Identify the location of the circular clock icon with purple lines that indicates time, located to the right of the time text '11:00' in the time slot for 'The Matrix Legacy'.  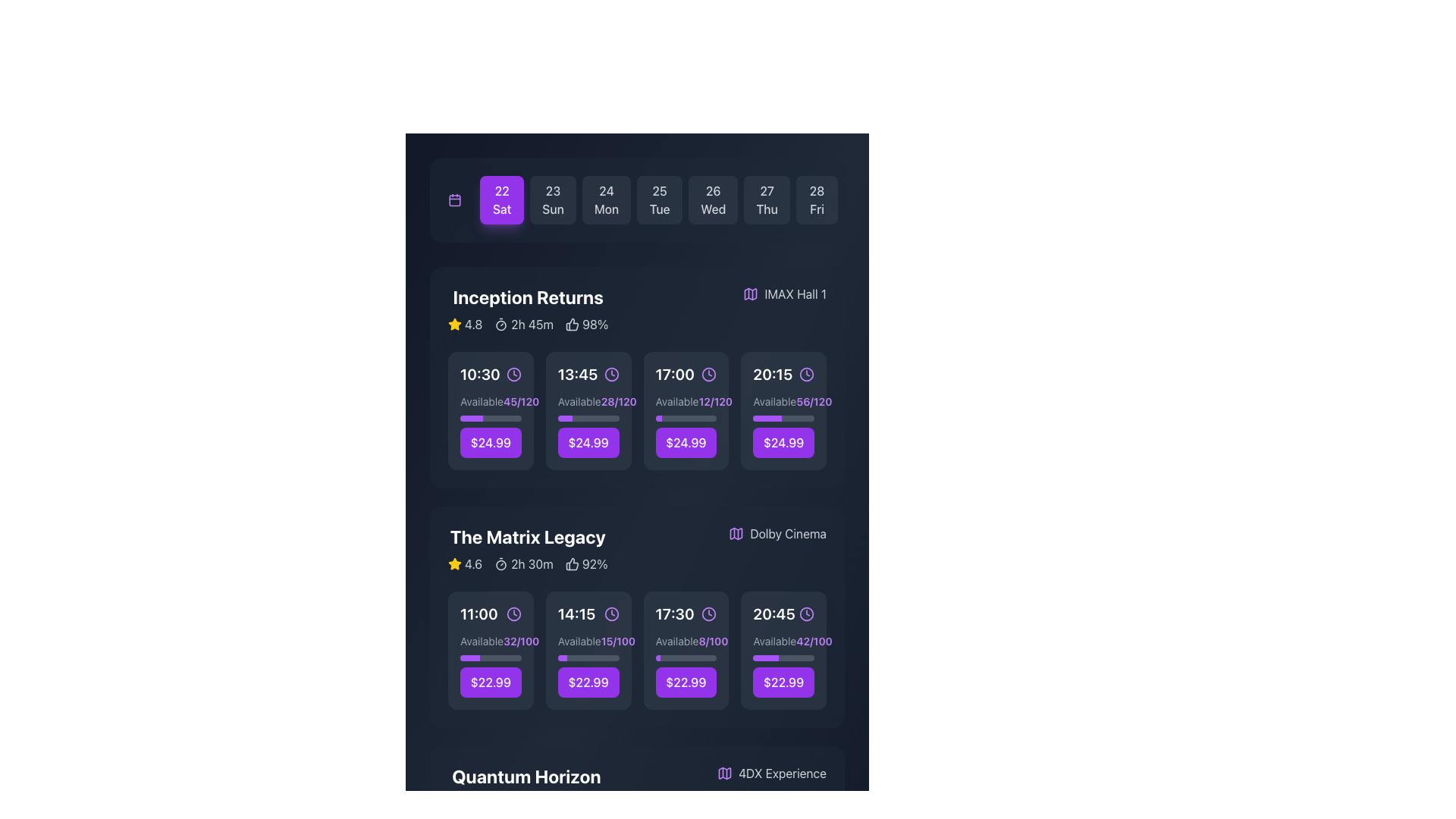
(513, 614).